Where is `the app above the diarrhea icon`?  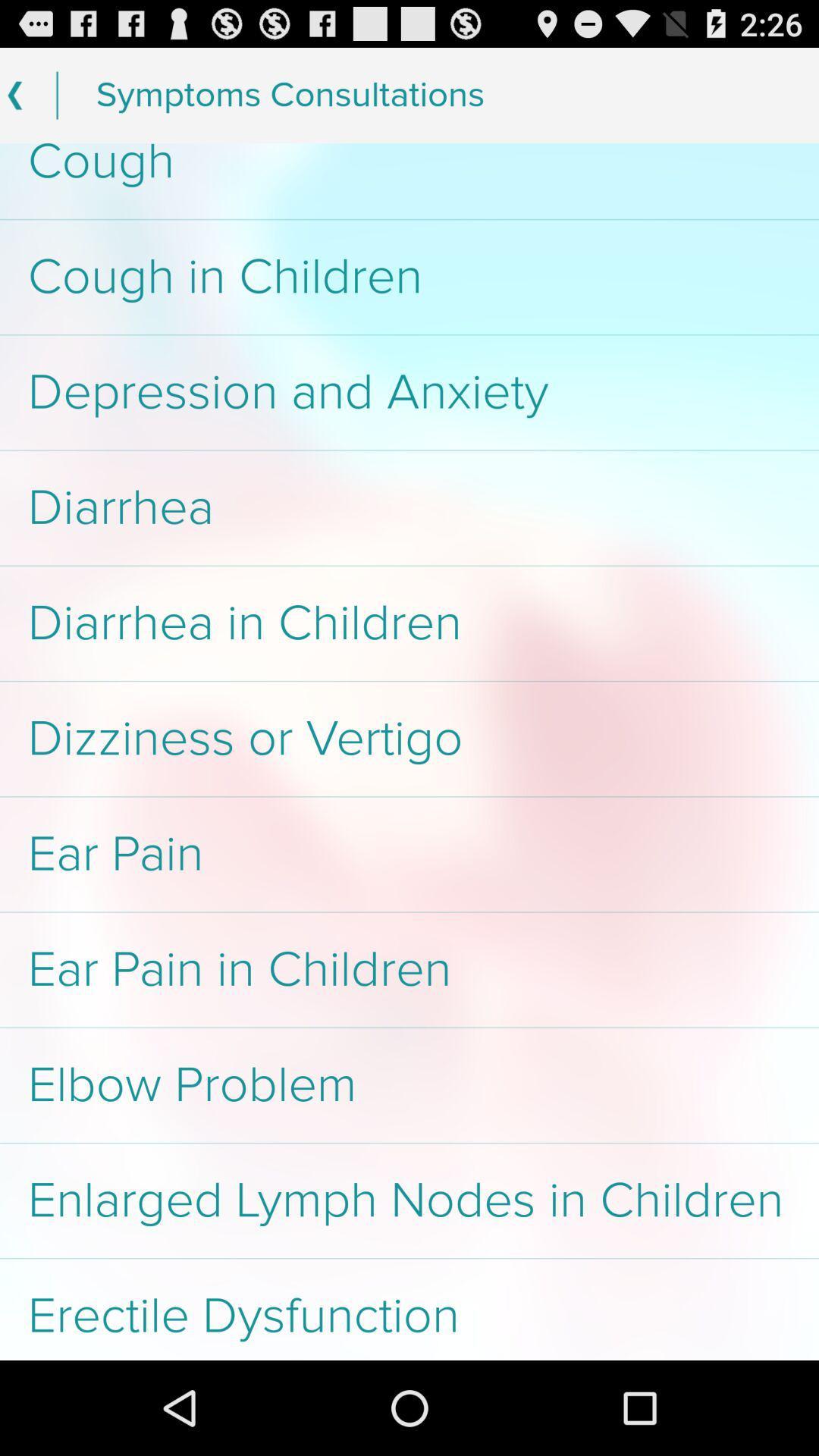 the app above the diarrhea icon is located at coordinates (409, 392).